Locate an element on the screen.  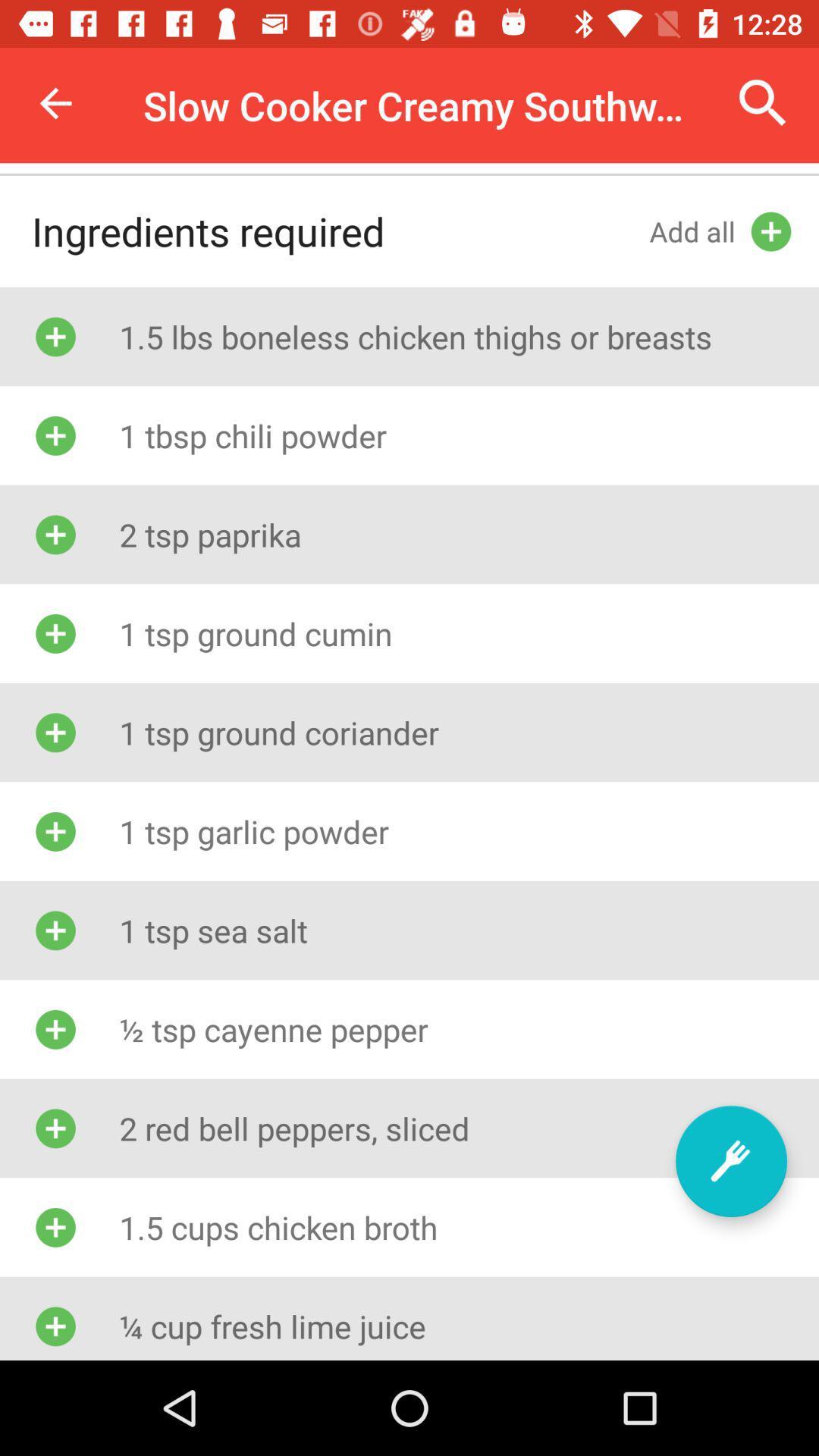
more recipe options is located at coordinates (730, 1160).